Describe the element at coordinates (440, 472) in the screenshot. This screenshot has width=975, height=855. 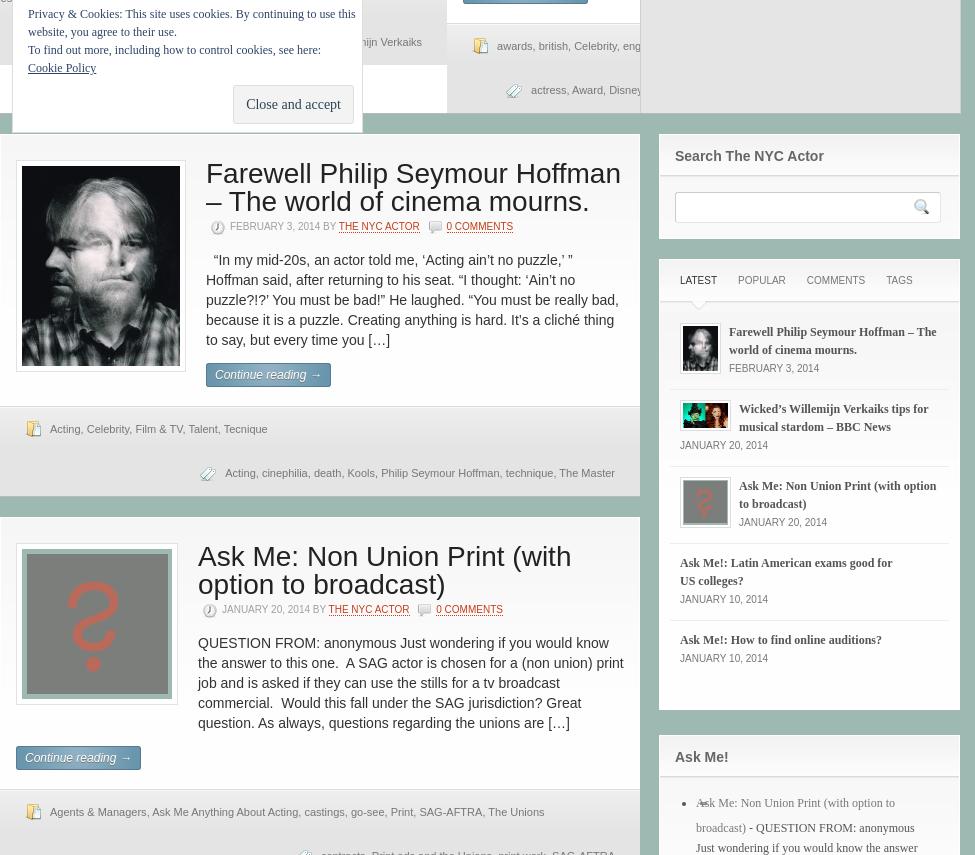
I see `'Philip Seymour Hoffman'` at that location.